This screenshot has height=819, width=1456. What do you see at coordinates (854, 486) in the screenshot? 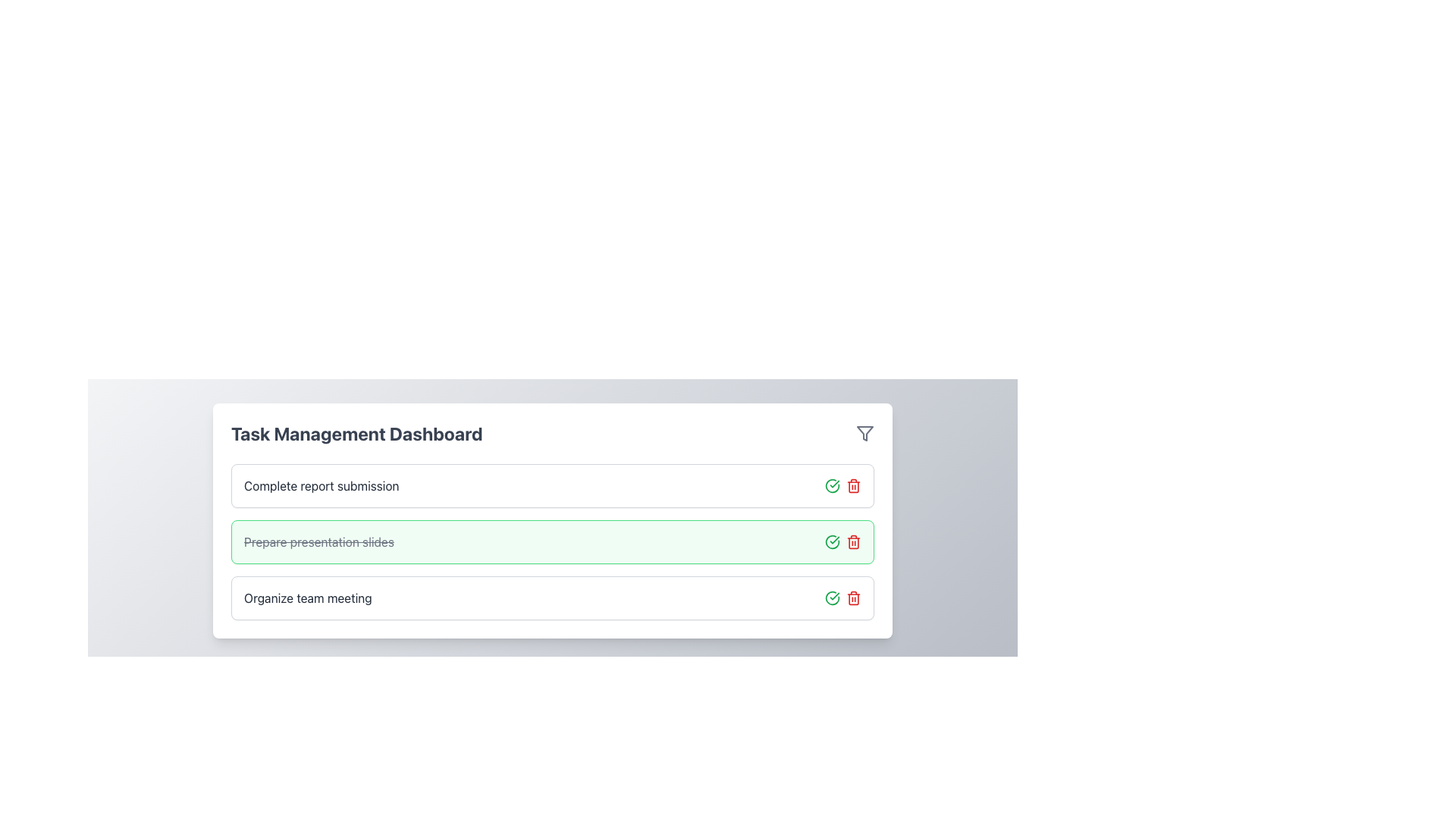
I see `the Trash Bin icon located to the far right of the task item titled 'Prepare presentation slides'` at bounding box center [854, 486].